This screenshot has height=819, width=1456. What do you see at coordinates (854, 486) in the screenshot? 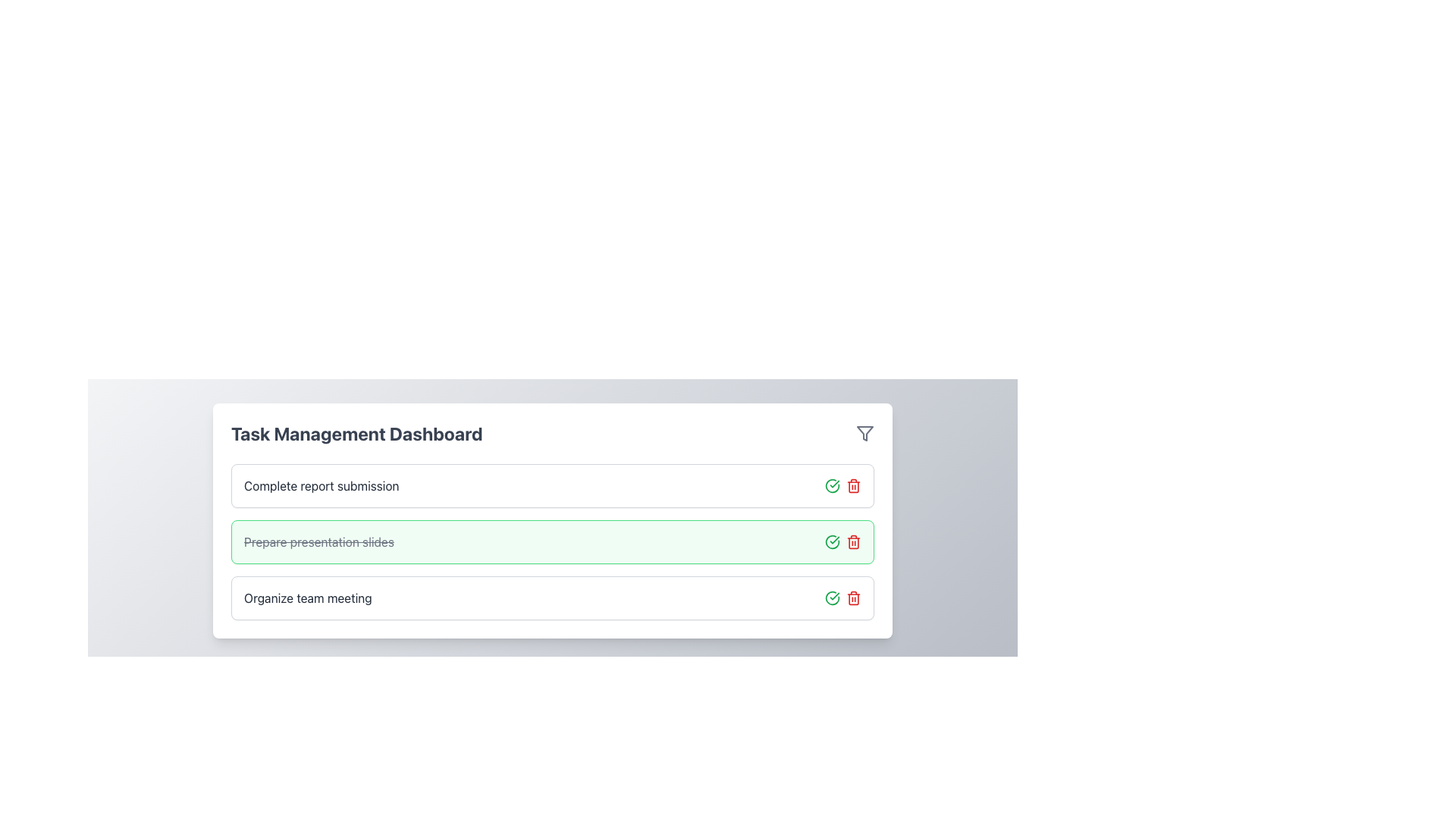
I see `the Trash Bin icon located to the far right of the task item titled 'Prepare presentation slides'` at bounding box center [854, 486].